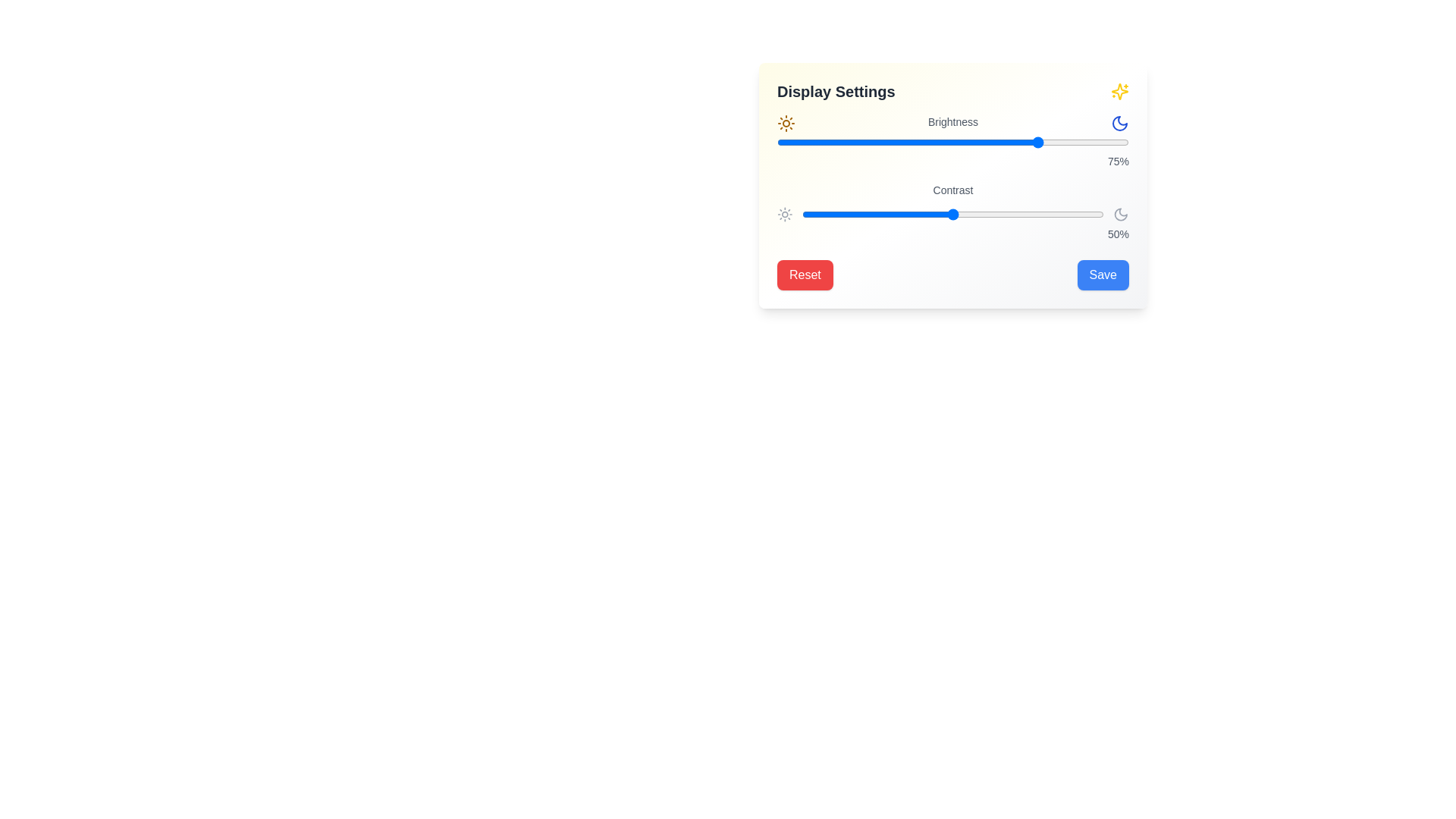 The height and width of the screenshot is (819, 1456). What do you see at coordinates (1016, 214) in the screenshot?
I see `contrast` at bounding box center [1016, 214].